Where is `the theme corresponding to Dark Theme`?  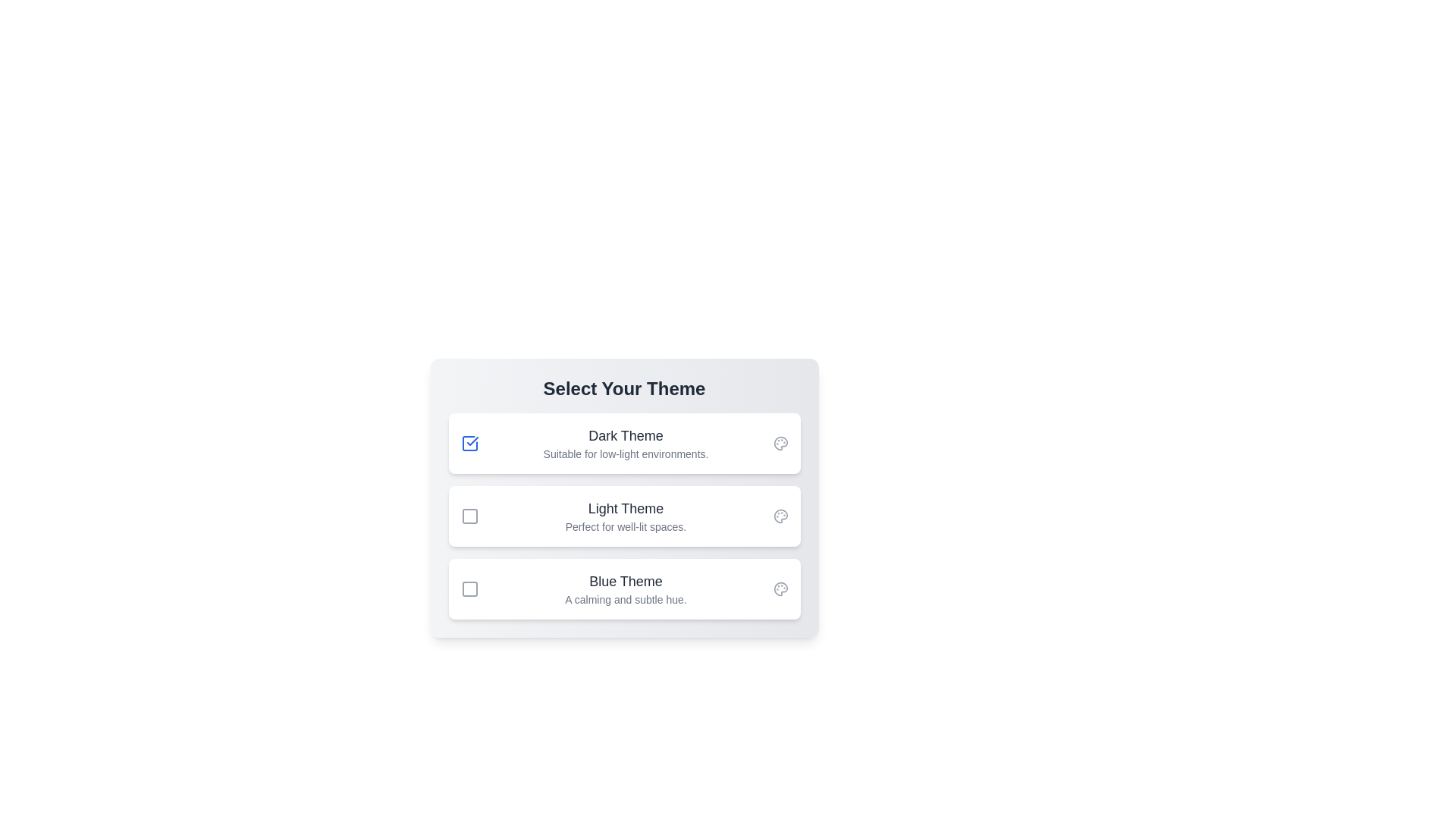 the theme corresponding to Dark Theme is located at coordinates (469, 444).